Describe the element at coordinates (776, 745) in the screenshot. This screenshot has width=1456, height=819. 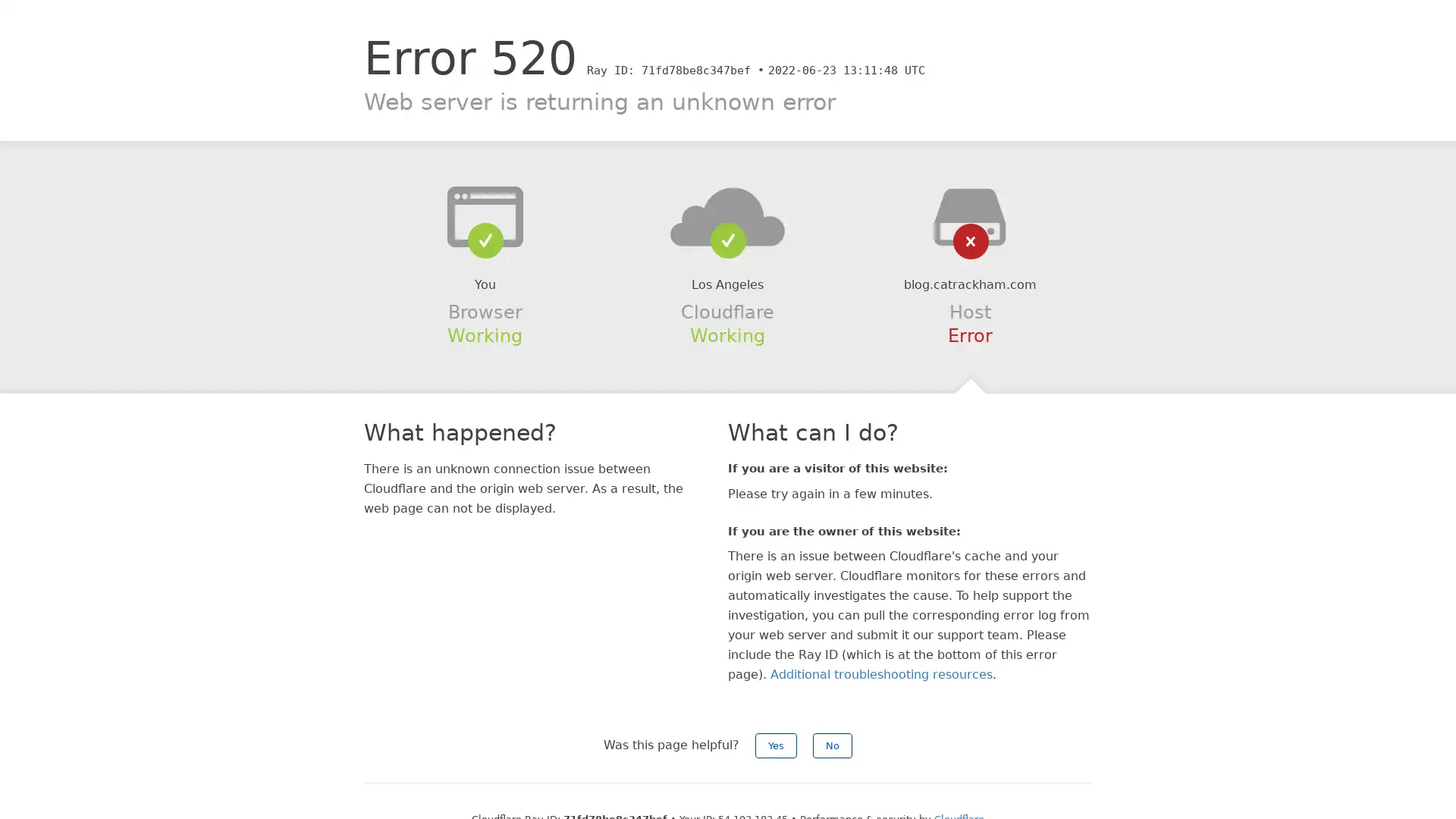
I see `Yes` at that location.